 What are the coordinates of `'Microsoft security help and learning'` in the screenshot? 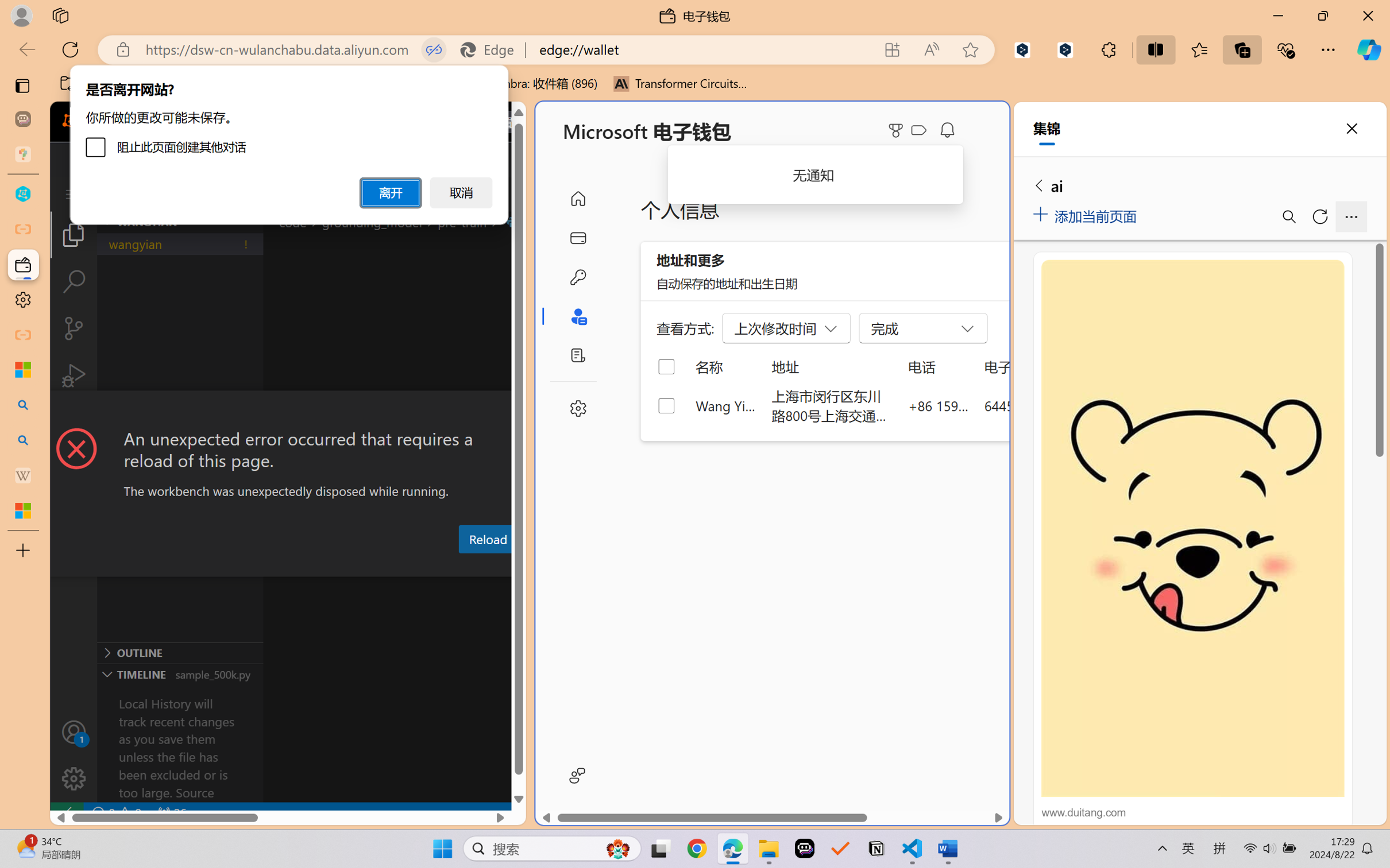 It's located at (22, 369).